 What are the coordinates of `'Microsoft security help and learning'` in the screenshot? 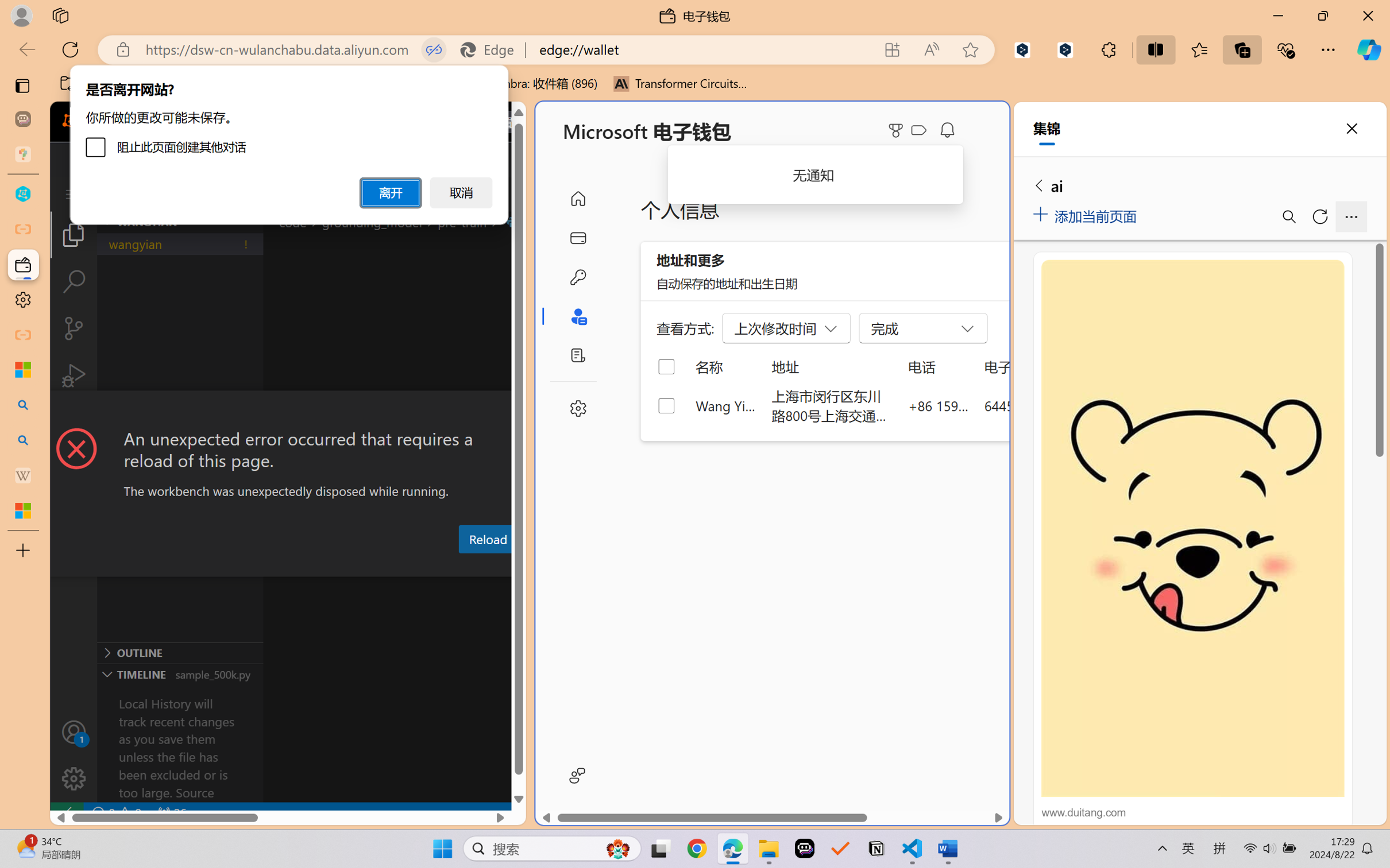 It's located at (22, 369).